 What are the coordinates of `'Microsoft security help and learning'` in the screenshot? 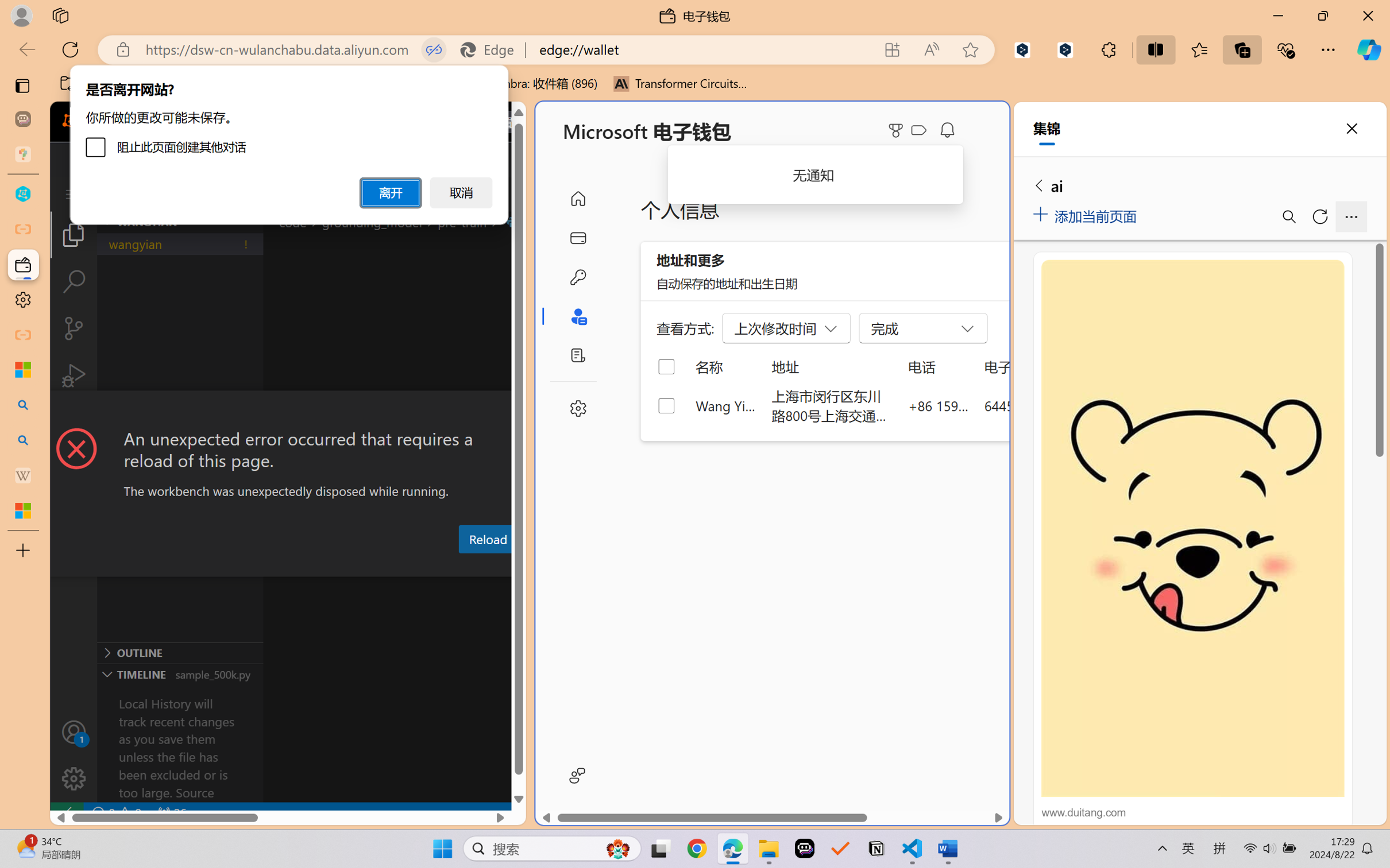 It's located at (22, 369).